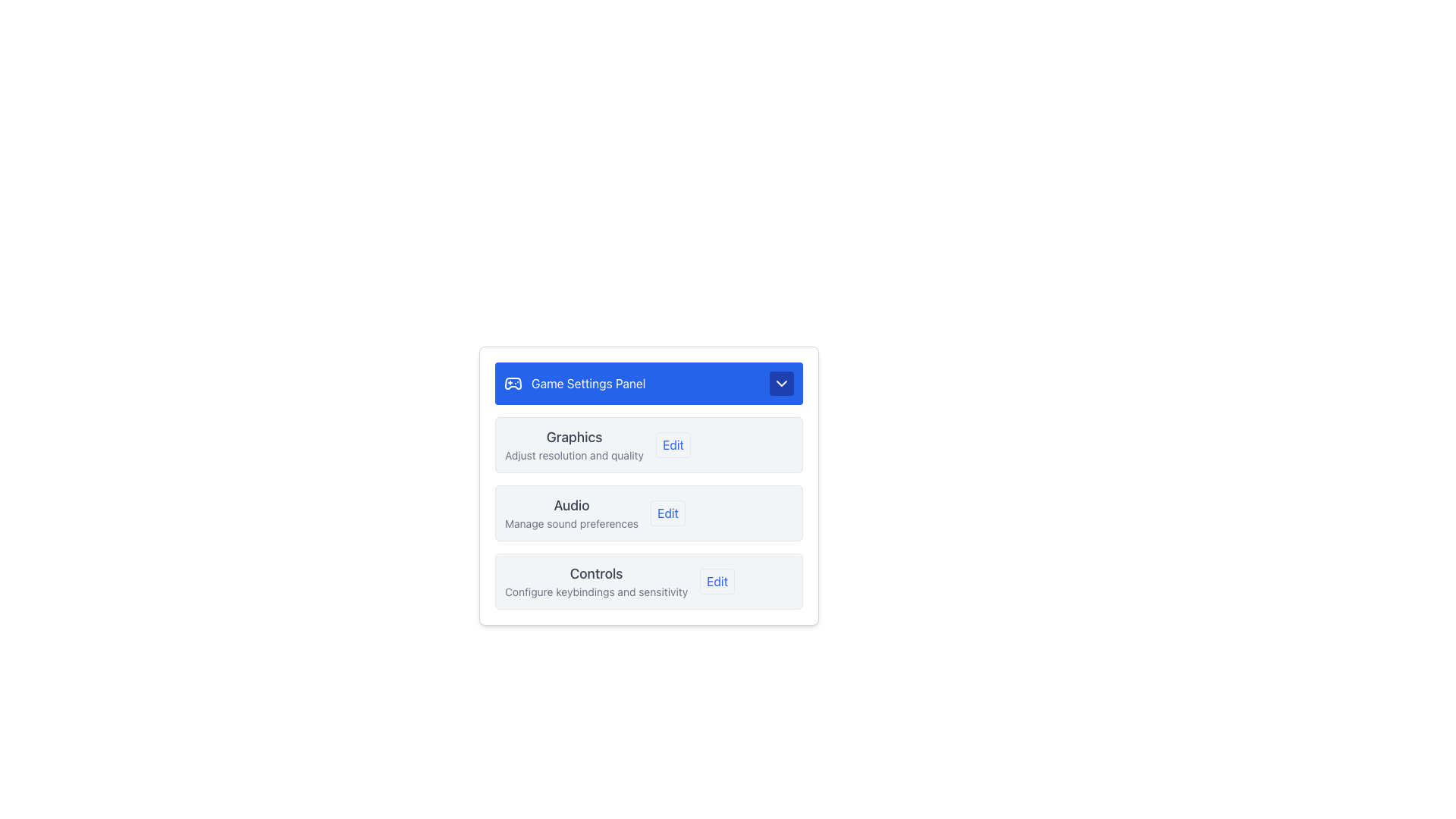 The width and height of the screenshot is (1456, 819). Describe the element at coordinates (595, 573) in the screenshot. I see `the text label displaying the word 'Controls', which is styled in bold dark gray on a light gray background, located at the top of its group within the settings panel` at that location.